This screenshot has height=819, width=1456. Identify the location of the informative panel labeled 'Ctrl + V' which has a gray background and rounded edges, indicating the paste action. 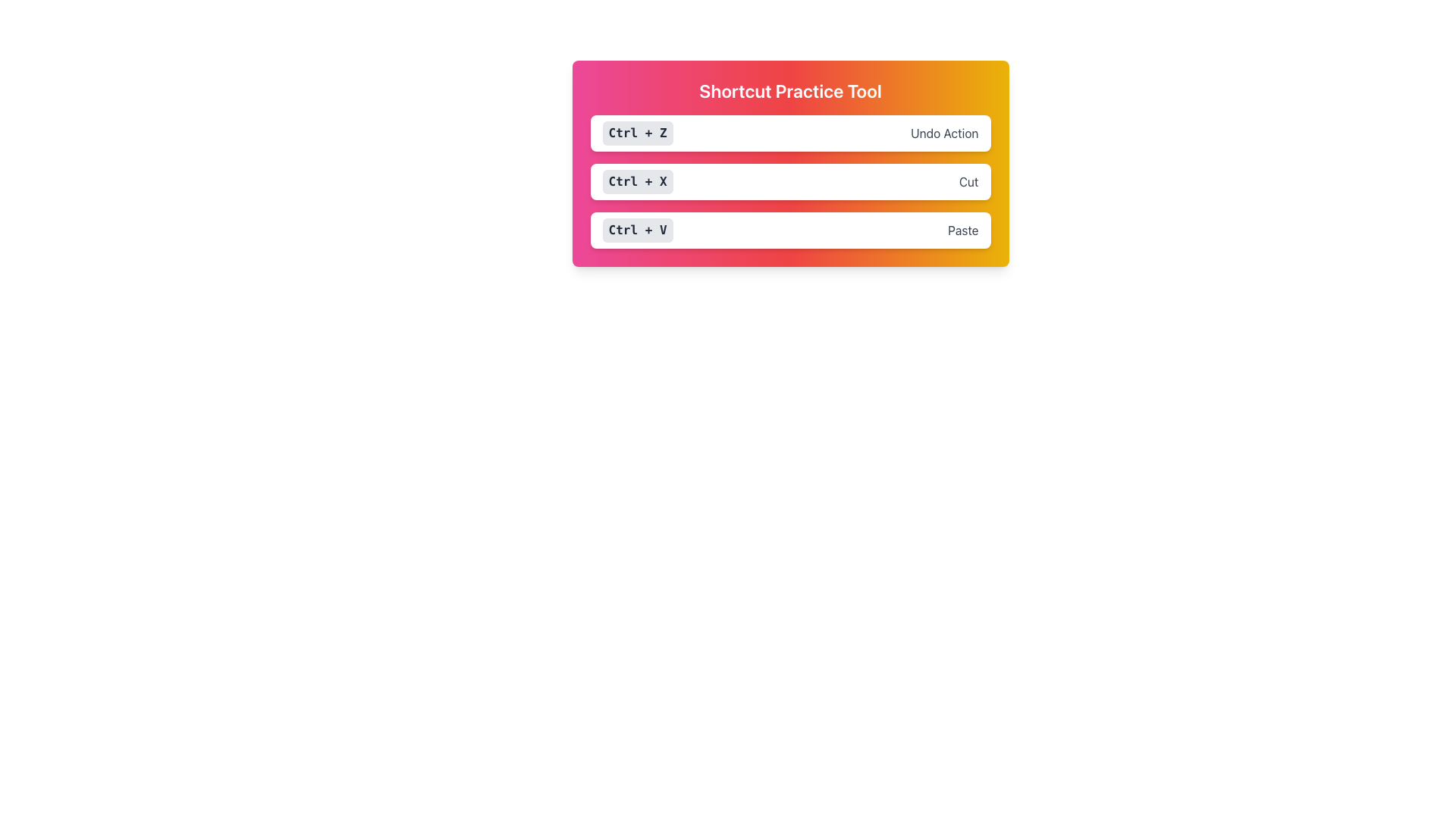
(789, 231).